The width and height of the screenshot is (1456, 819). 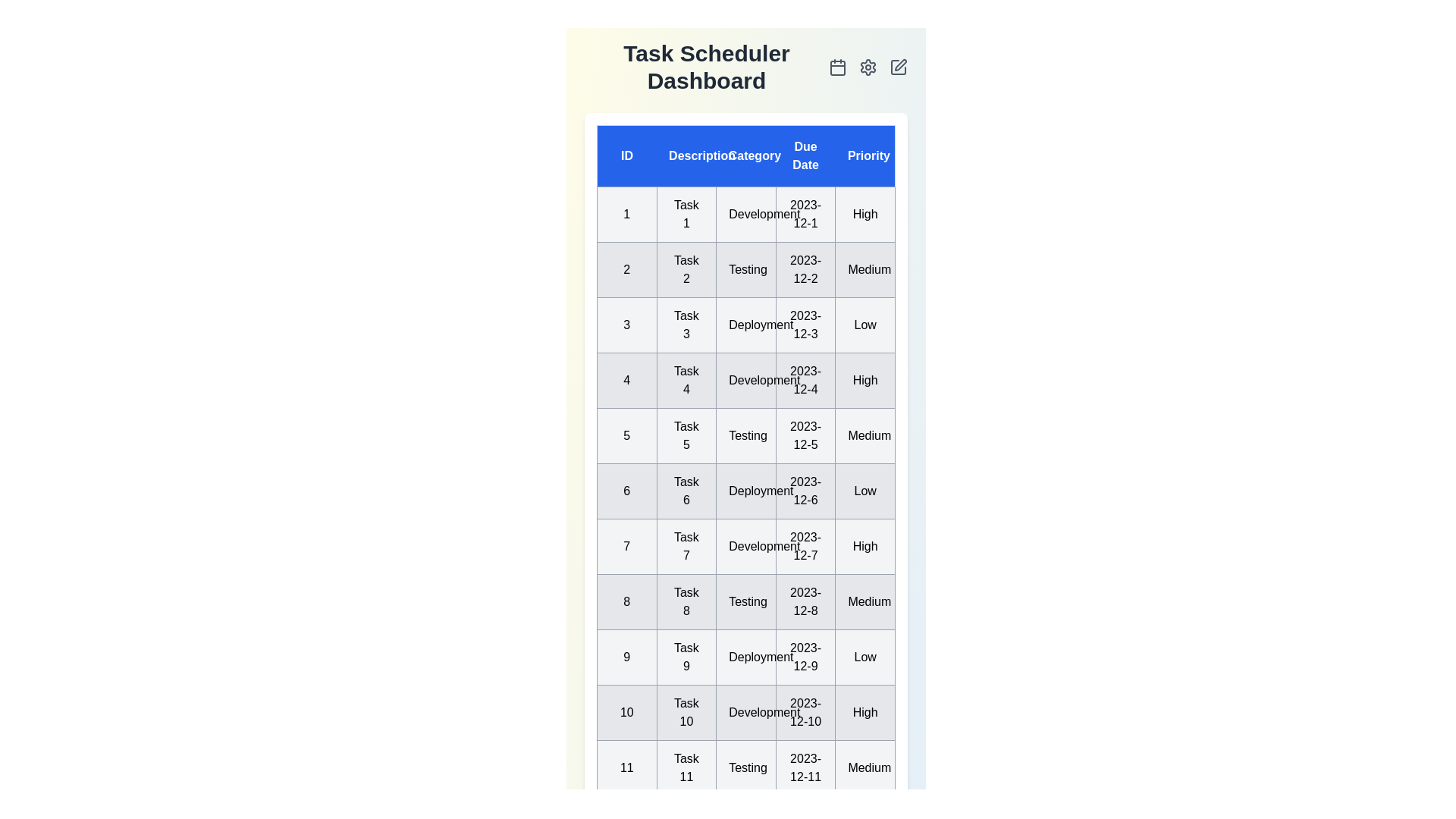 What do you see at coordinates (805, 155) in the screenshot?
I see `the column header 'Due Date' to sort the tasks by that column` at bounding box center [805, 155].